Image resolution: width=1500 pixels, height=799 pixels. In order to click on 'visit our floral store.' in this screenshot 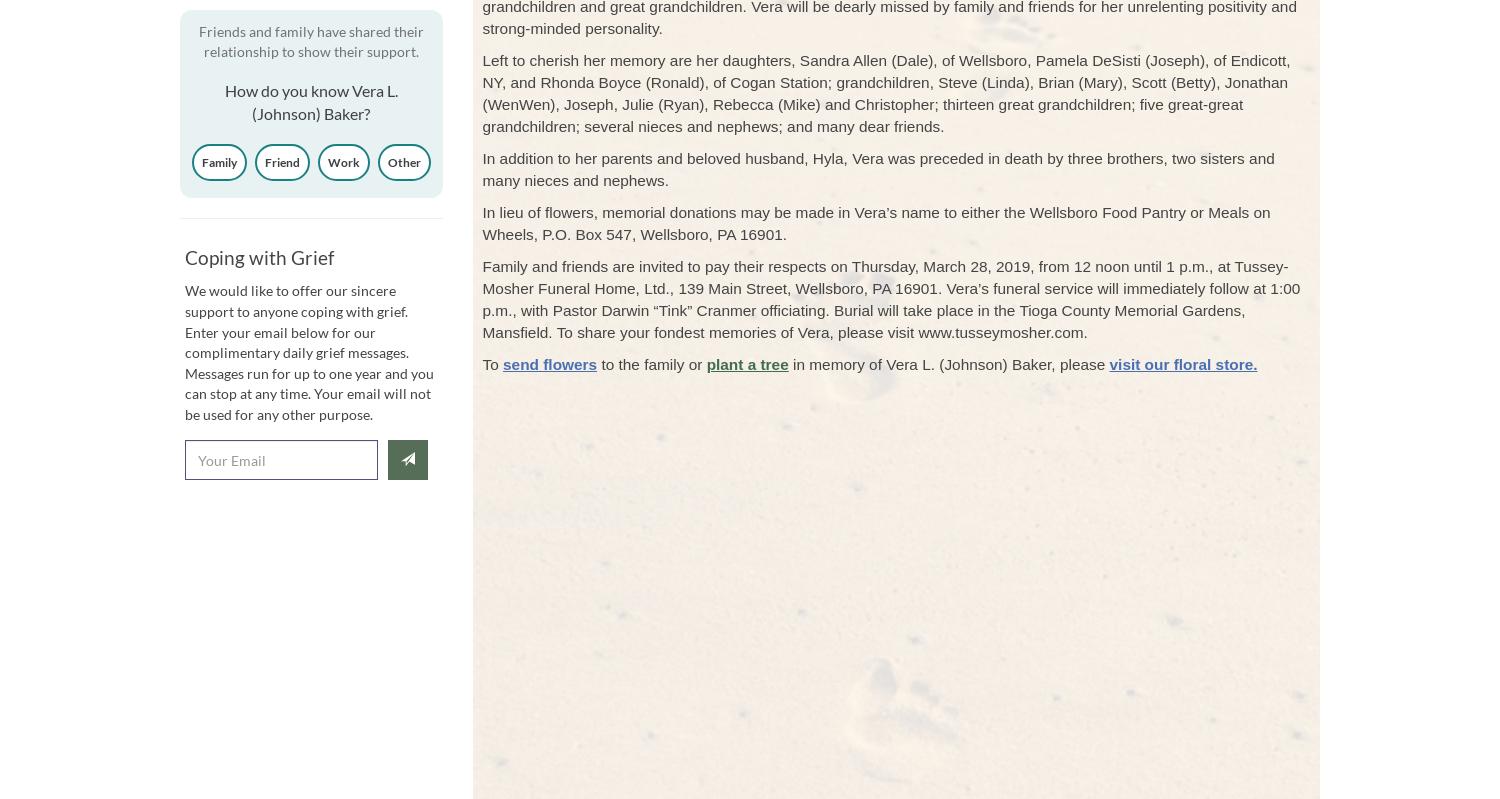, I will do `click(1183, 363)`.